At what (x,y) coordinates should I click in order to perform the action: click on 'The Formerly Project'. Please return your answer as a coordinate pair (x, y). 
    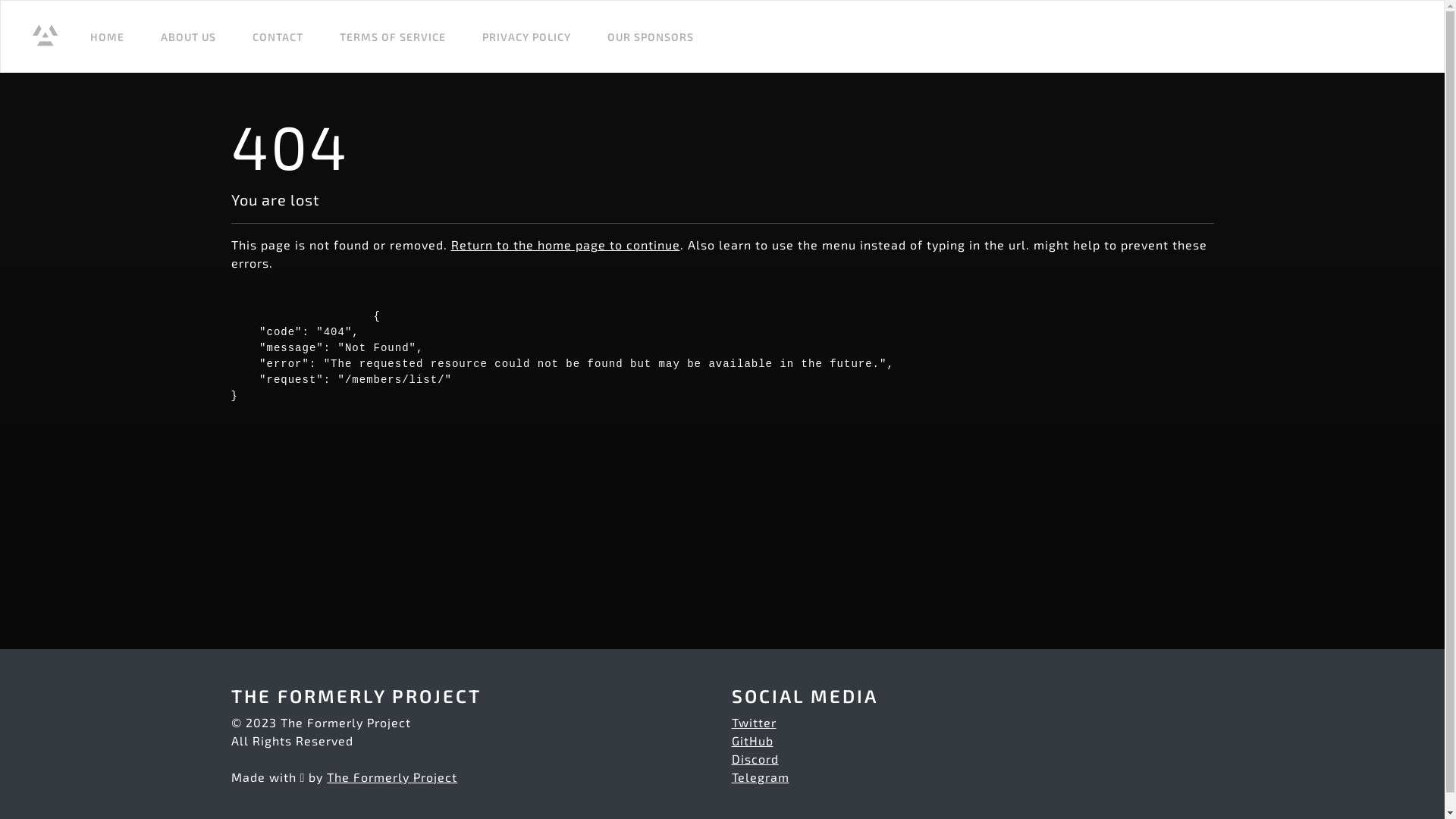
    Looking at the image, I should click on (392, 777).